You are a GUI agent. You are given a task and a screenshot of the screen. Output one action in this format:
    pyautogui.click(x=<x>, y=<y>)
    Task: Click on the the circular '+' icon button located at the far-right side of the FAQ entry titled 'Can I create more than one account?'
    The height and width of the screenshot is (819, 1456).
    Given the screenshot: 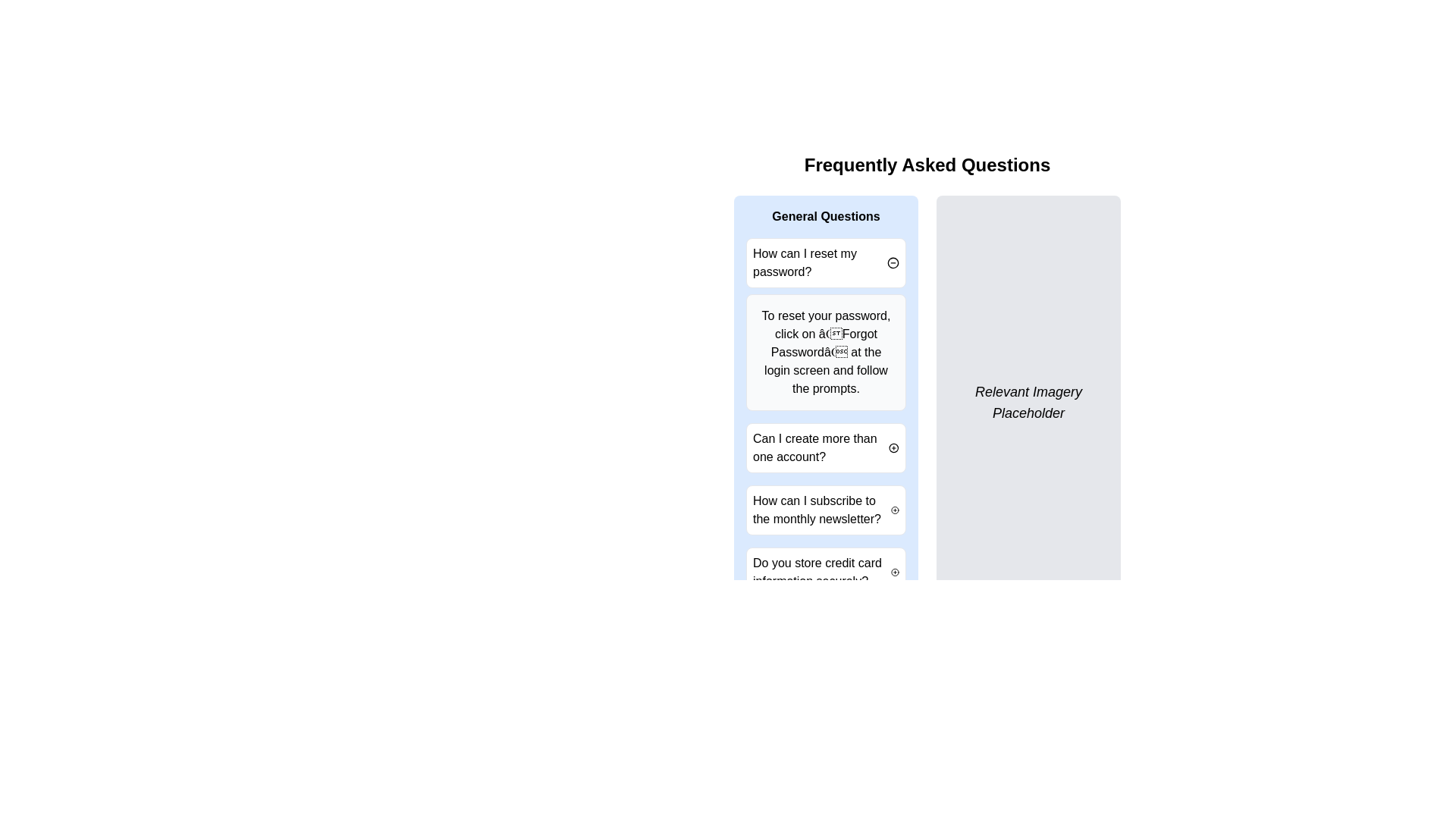 What is the action you would take?
    pyautogui.click(x=894, y=447)
    